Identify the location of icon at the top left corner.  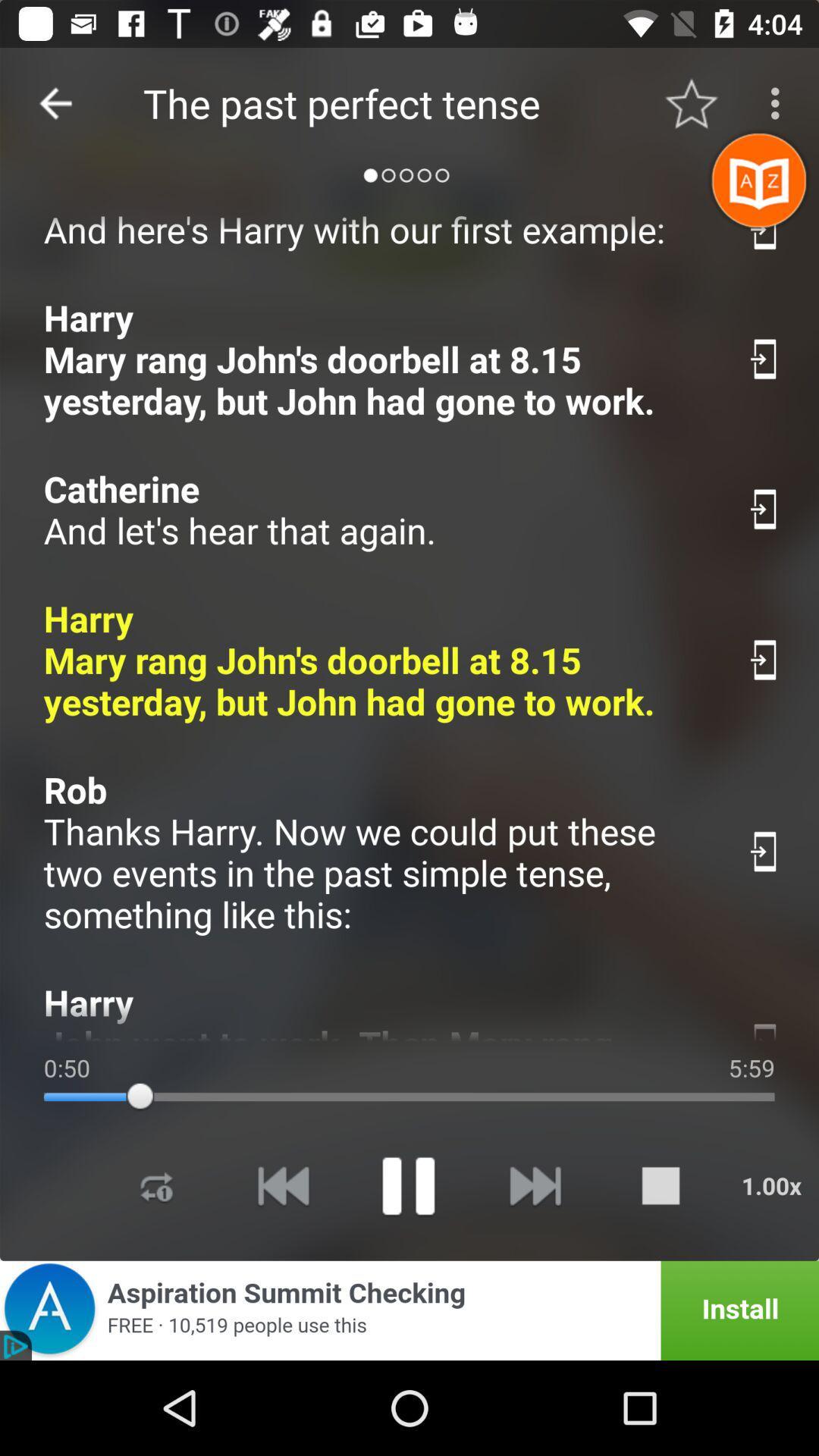
(55, 102).